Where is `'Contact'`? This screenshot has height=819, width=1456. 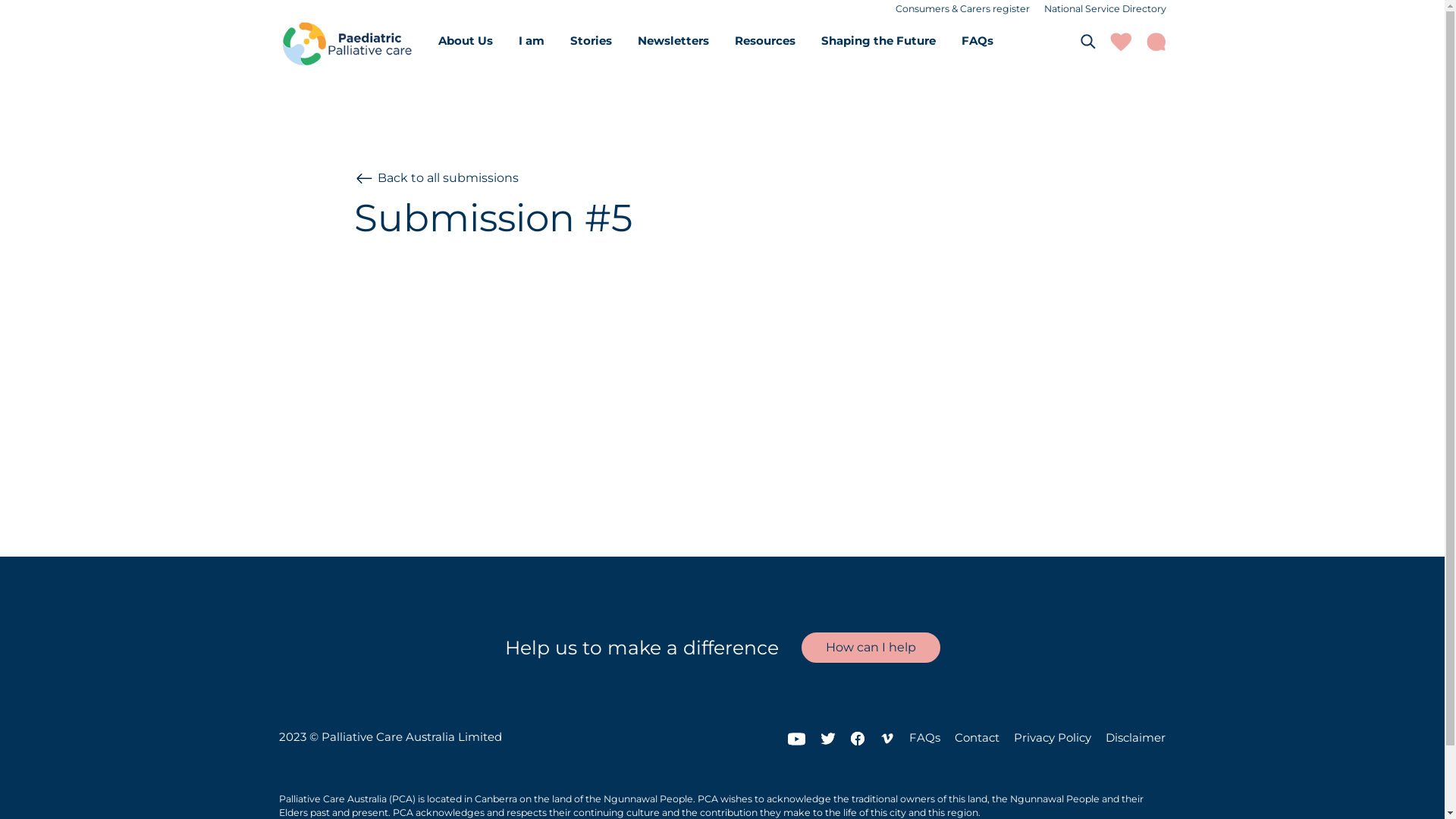 'Contact' is located at coordinates (977, 736).